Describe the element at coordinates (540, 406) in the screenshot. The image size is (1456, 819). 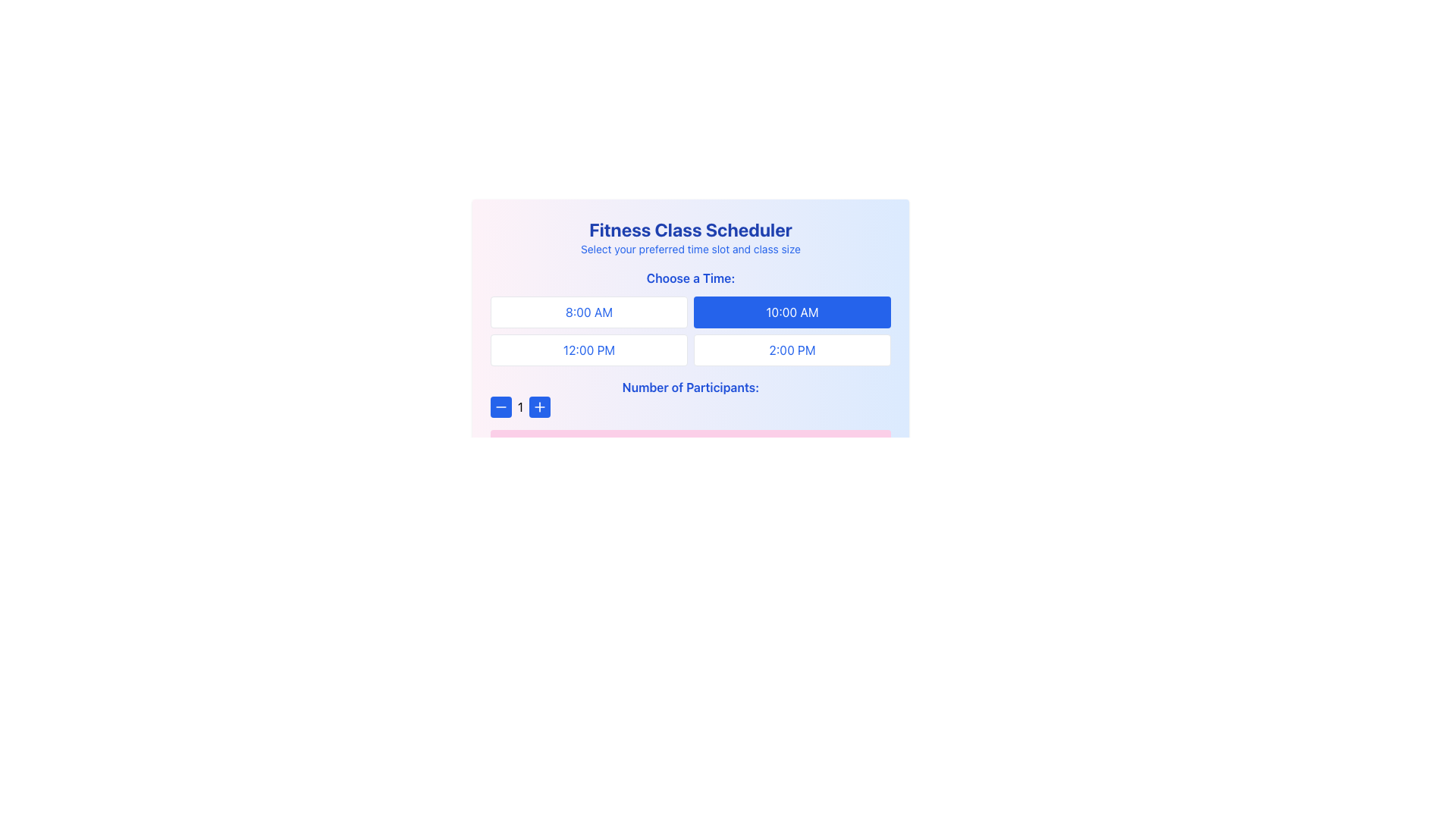
I see `the increment button located at the bottom left of the fitness scheduler interface, which is positioned to the right of the decrement control, to increase the participant count by one` at that location.